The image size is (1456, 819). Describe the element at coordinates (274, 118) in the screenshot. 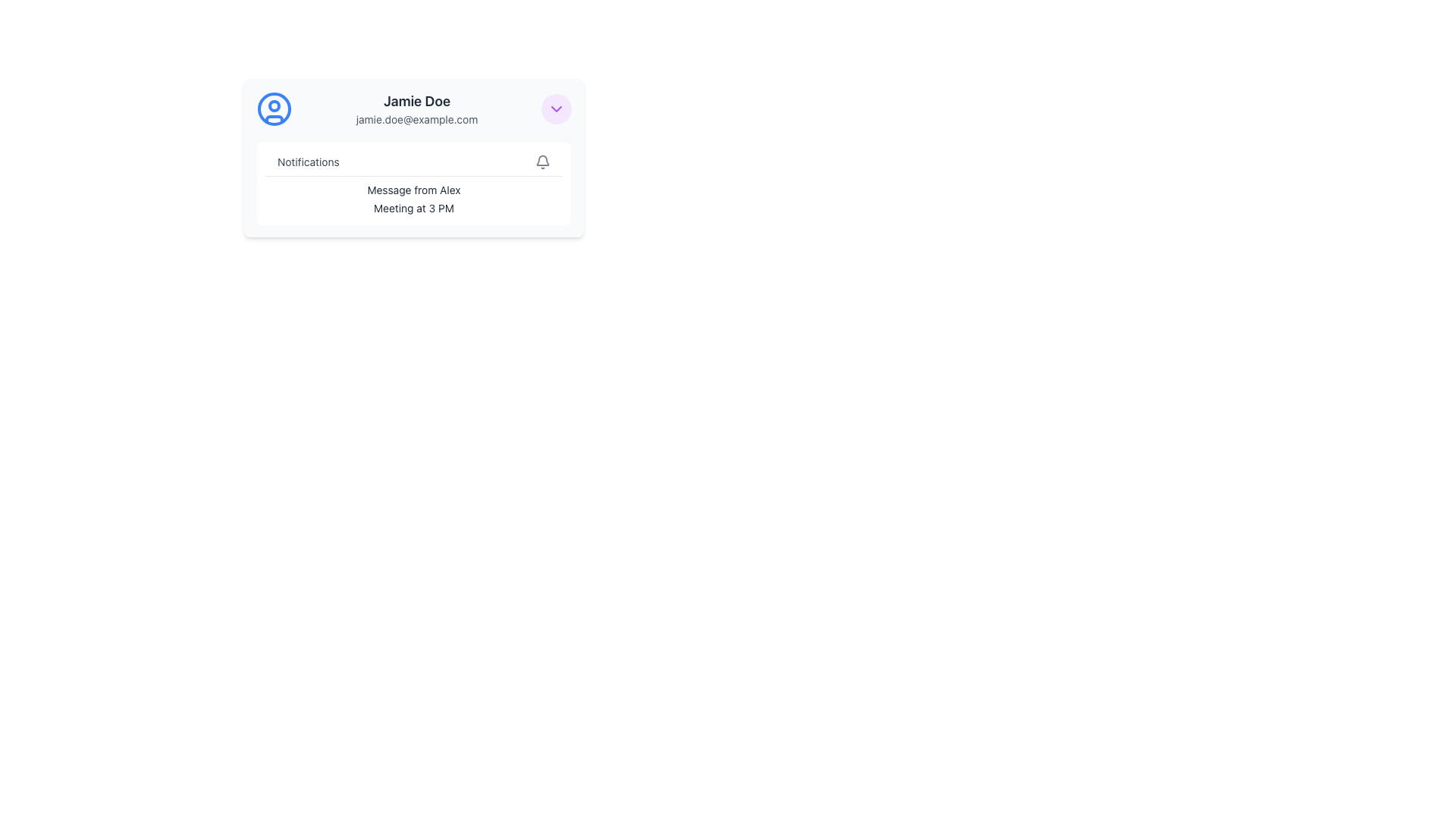

I see `the bottom-most segment of the user profile icon, which is a curved line styled to resemble an icon segment within a blue circle` at that location.